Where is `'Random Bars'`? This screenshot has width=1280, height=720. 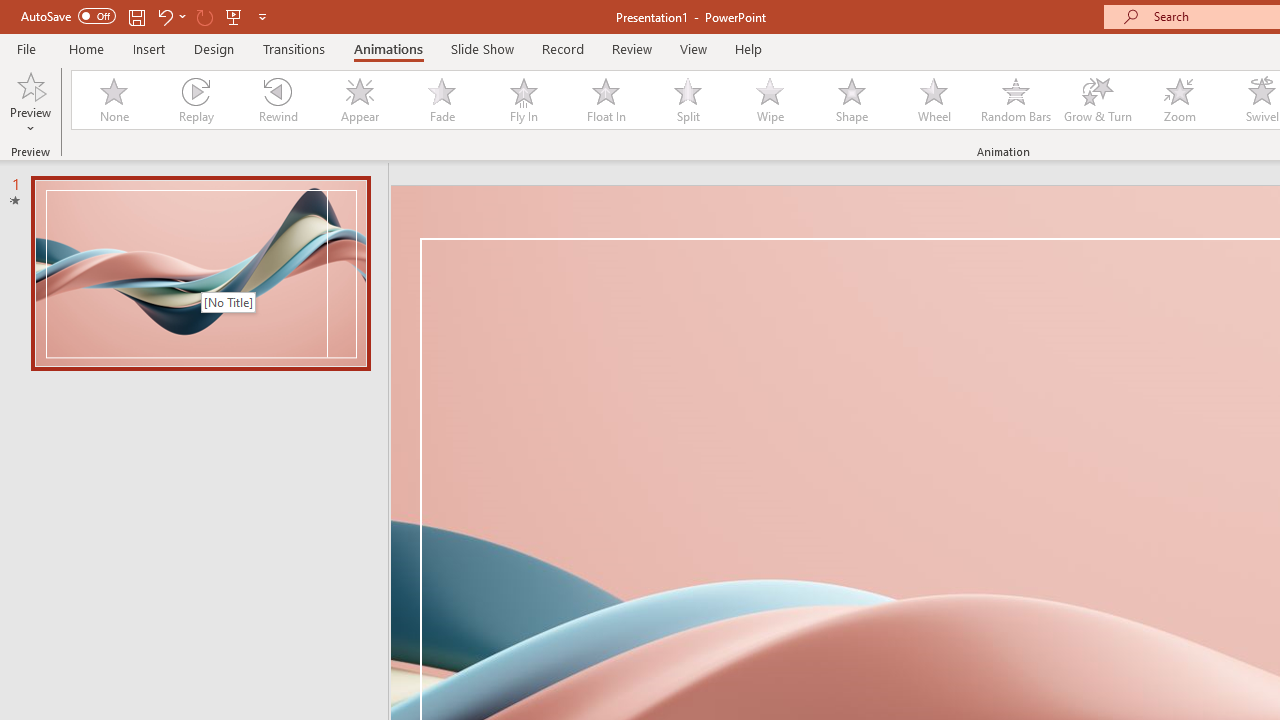 'Random Bars' is located at coordinates (1016, 100).